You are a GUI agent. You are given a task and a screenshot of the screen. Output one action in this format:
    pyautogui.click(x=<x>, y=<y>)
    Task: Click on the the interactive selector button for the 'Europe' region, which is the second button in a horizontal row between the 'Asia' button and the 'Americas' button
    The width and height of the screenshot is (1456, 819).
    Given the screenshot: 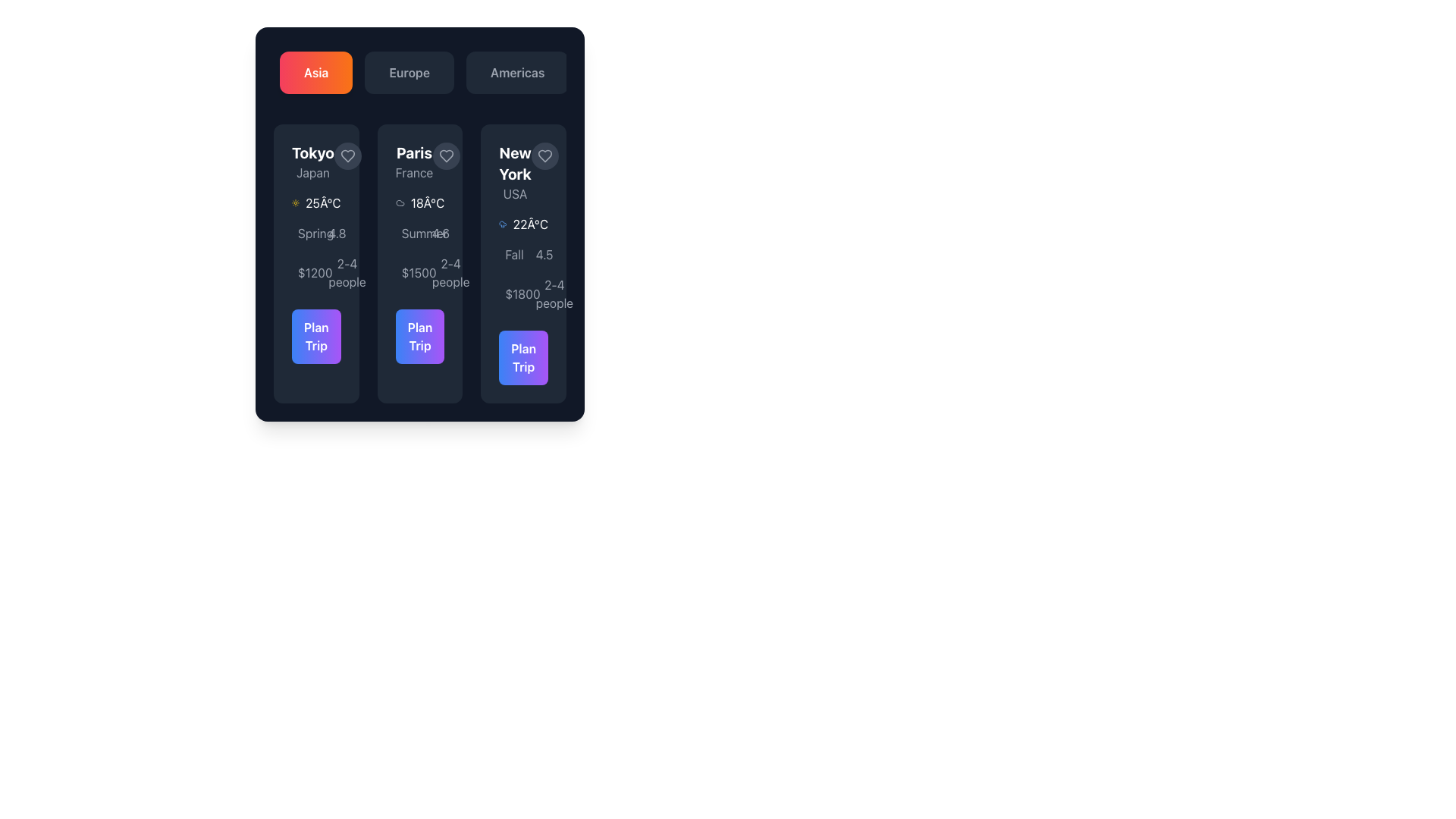 What is the action you would take?
    pyautogui.click(x=409, y=73)
    